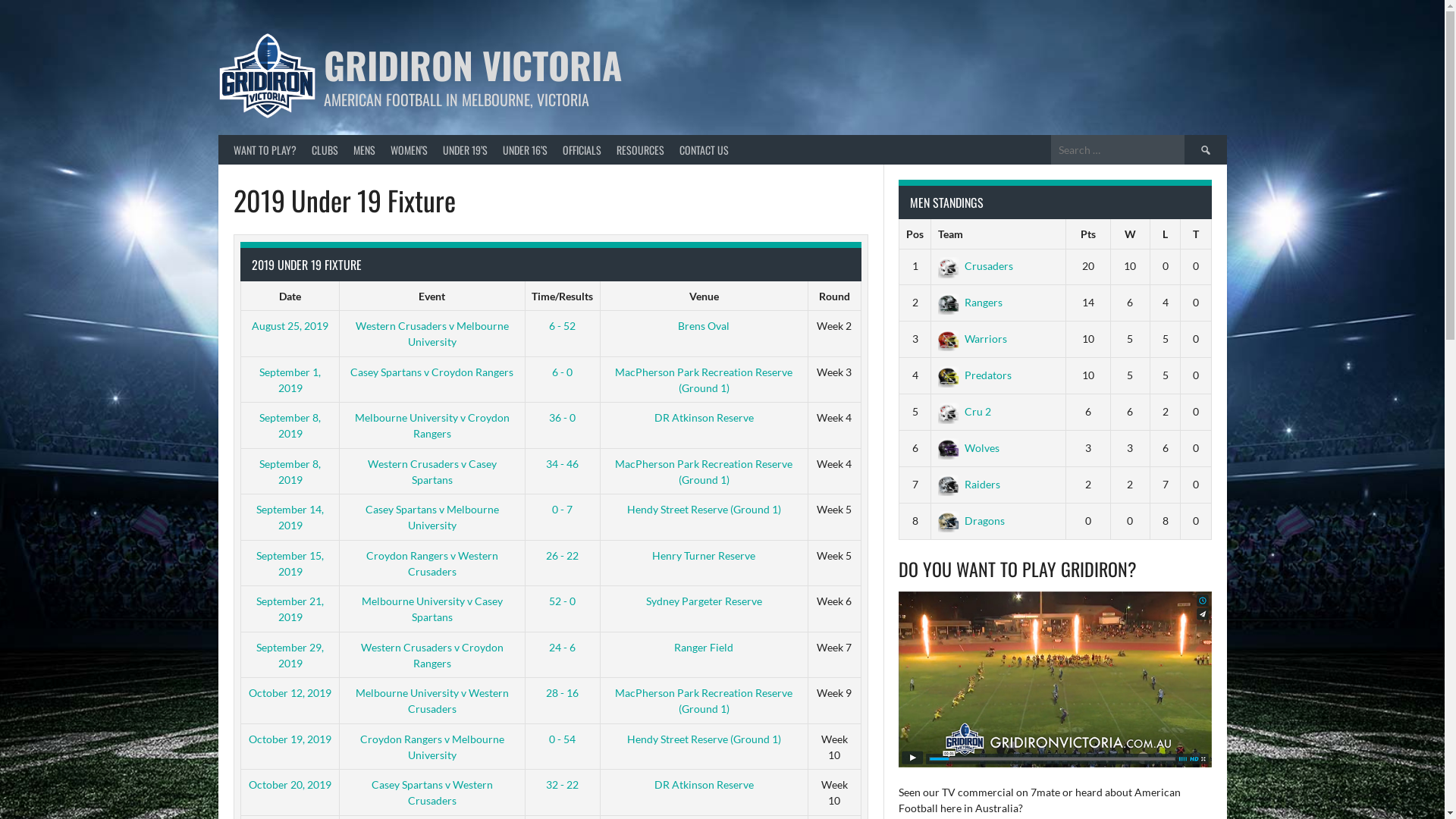 This screenshot has height=819, width=1456. Describe the element at coordinates (256, 516) in the screenshot. I see `'September 14, 2019'` at that location.